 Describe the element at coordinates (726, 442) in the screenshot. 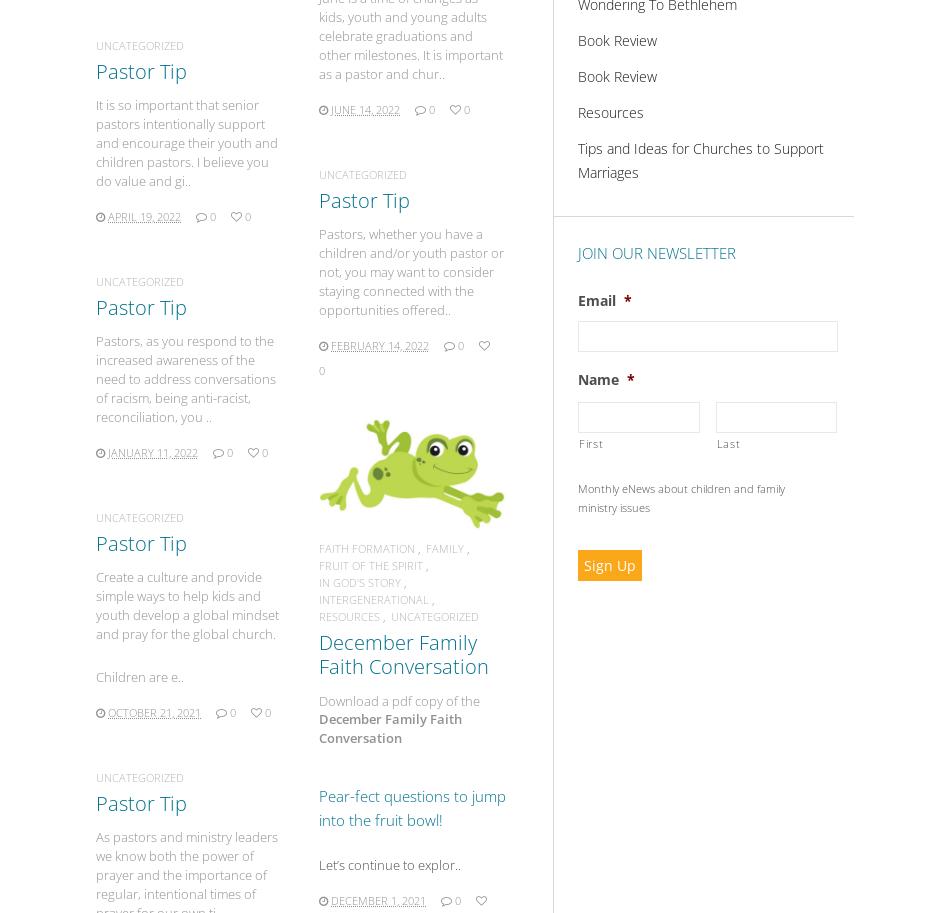

I see `'Last'` at that location.